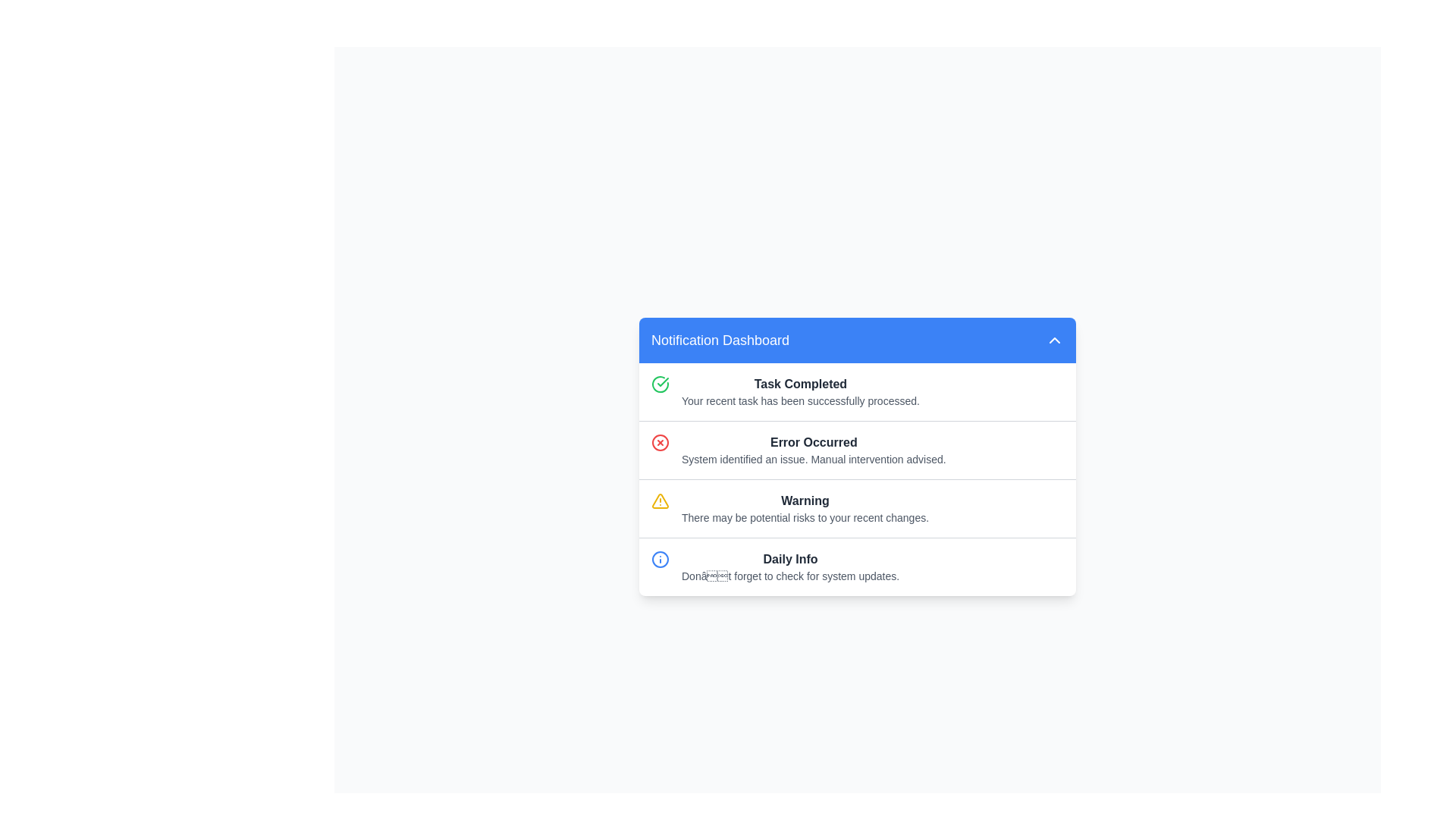 Image resolution: width=1456 pixels, height=819 pixels. I want to click on the informational text label that provides context for the warning notification, located below the bold 'Warning' label in the third notification slot, so click(804, 516).